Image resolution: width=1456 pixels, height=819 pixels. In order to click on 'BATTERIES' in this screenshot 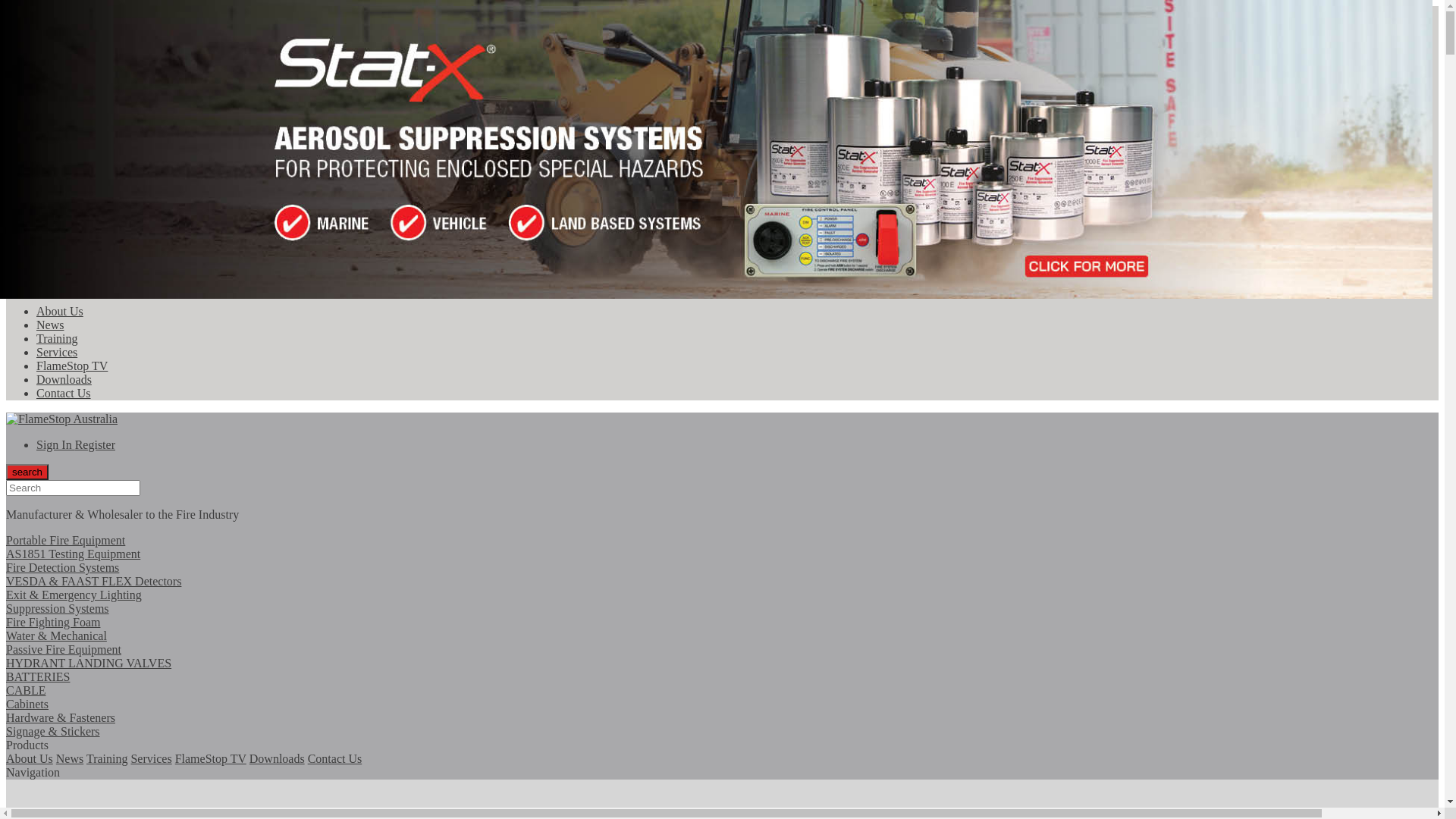, I will do `click(6, 683)`.